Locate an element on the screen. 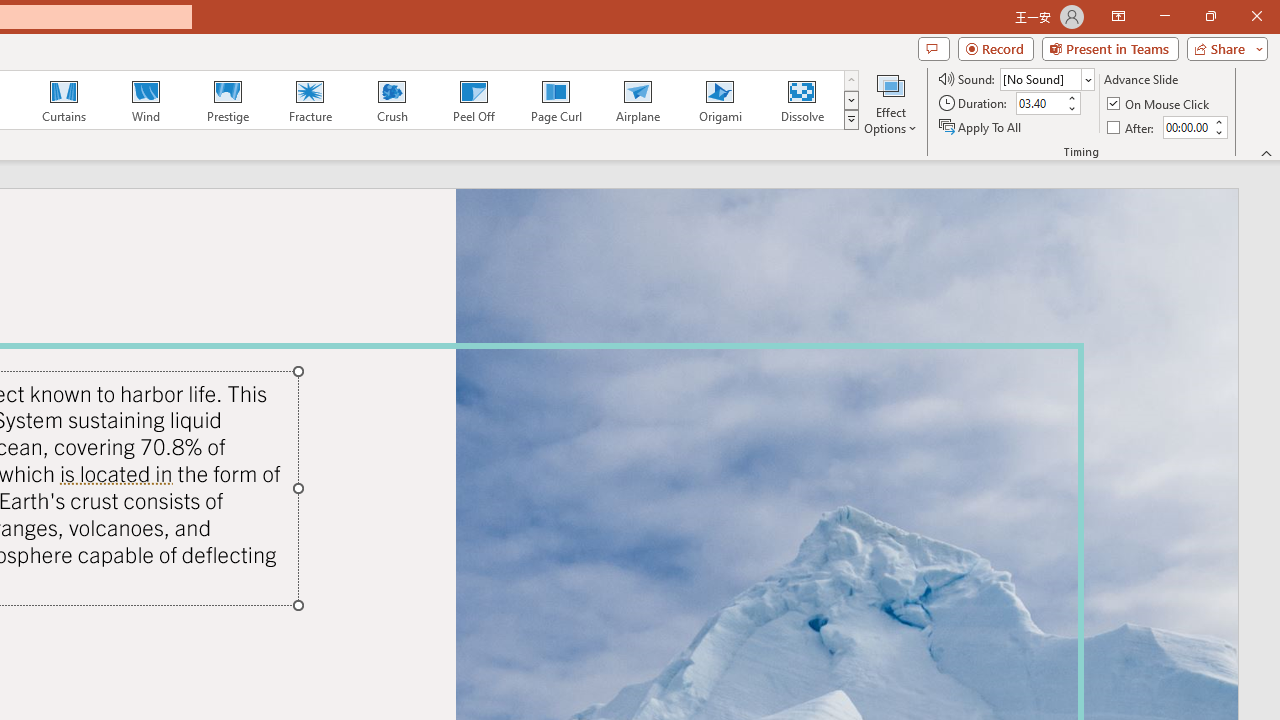 This screenshot has height=720, width=1280. 'Transition Effects' is located at coordinates (851, 120).